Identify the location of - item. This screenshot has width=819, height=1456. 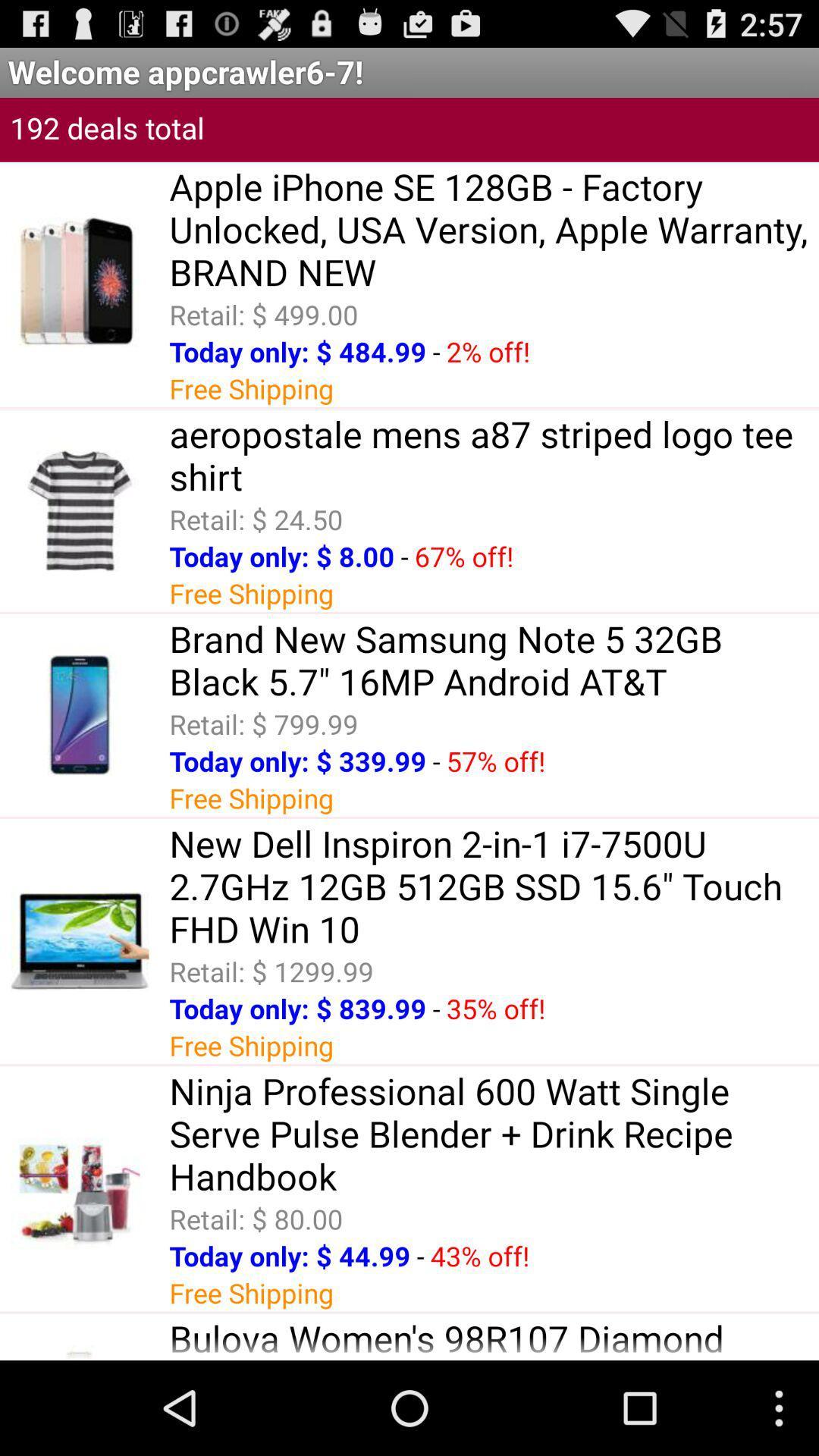
(420, 1256).